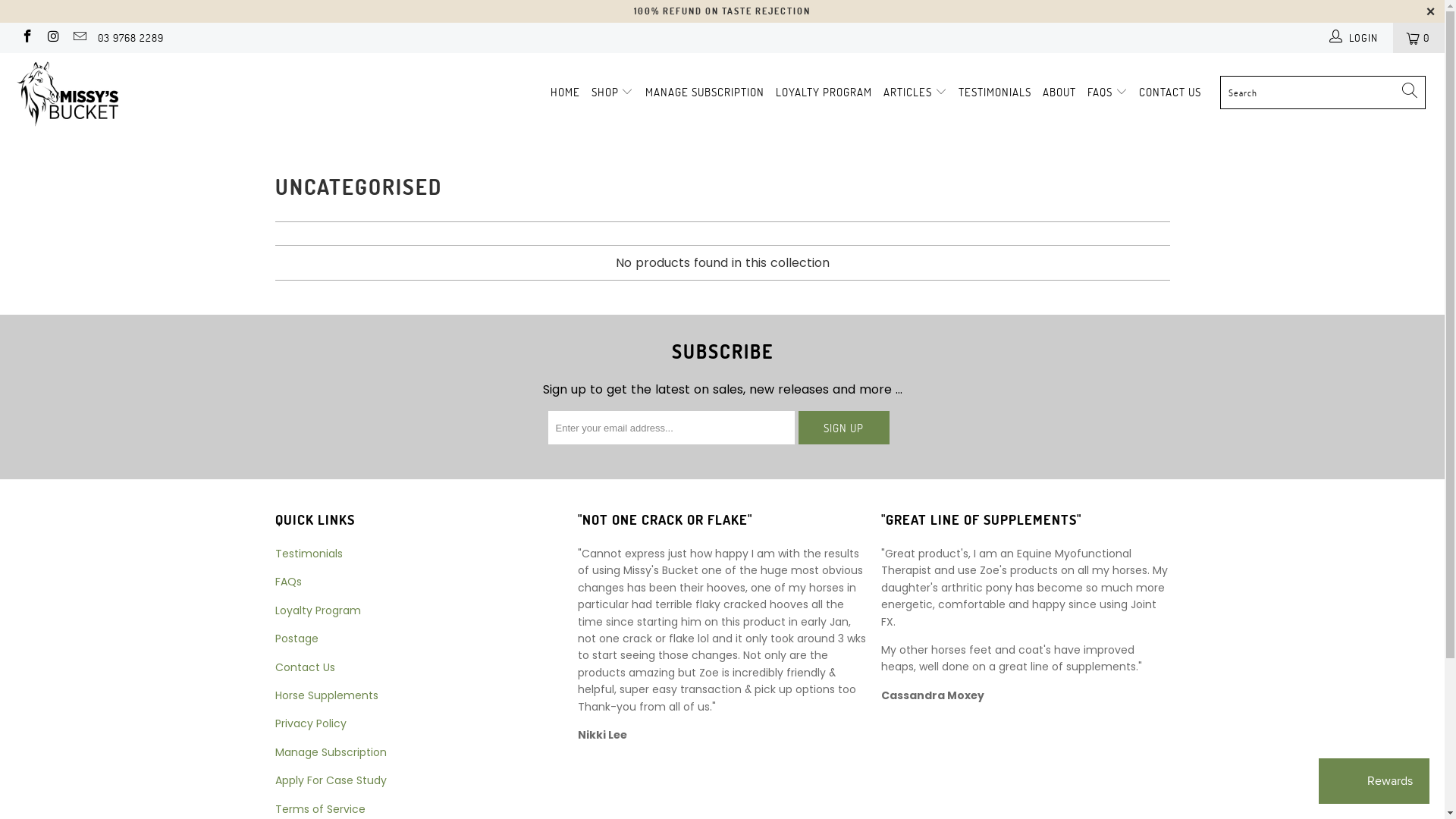 The image size is (1456, 819). I want to click on 'Horse Supplements', so click(274, 695).